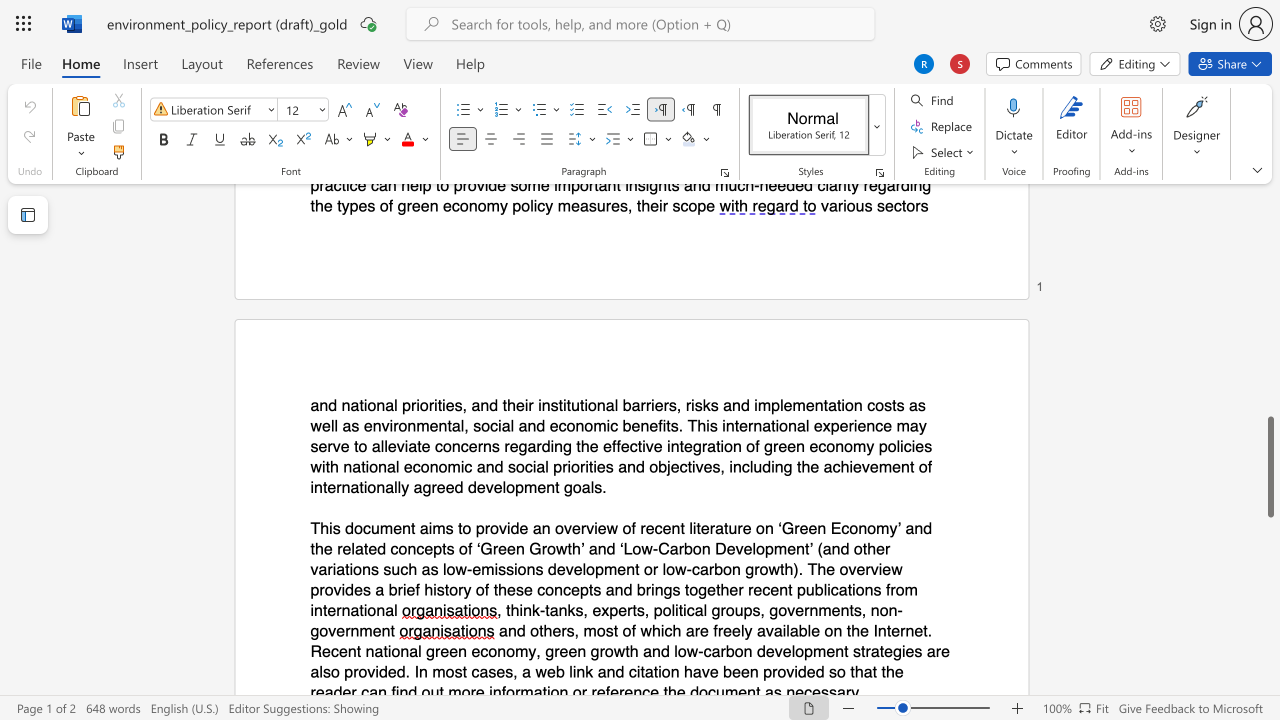 The image size is (1280, 720). Describe the element at coordinates (1269, 328) in the screenshot. I see `the page's right scrollbar for upward movement` at that location.